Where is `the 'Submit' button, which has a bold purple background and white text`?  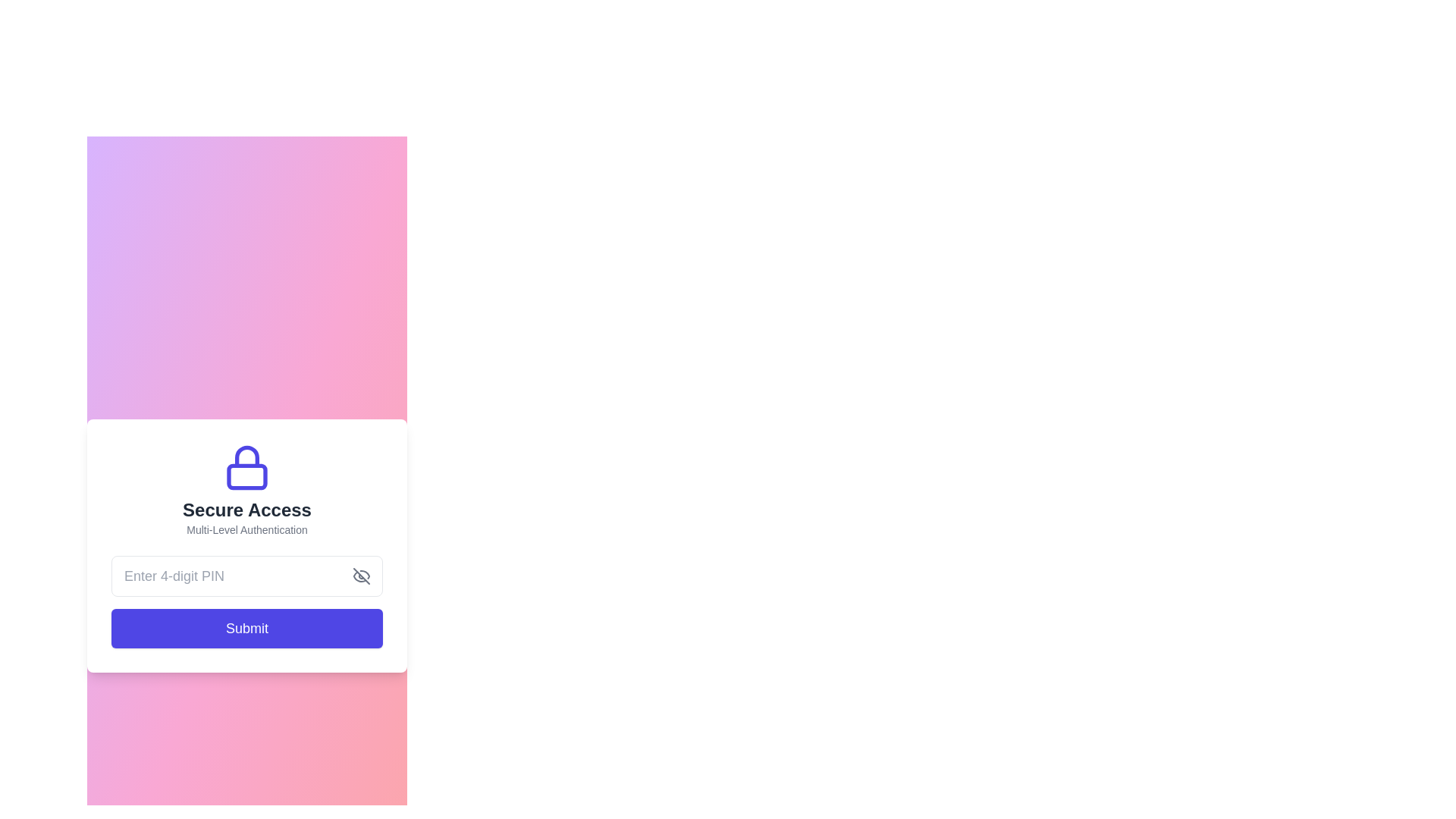
the 'Submit' button, which has a bold purple background and white text is located at coordinates (247, 629).